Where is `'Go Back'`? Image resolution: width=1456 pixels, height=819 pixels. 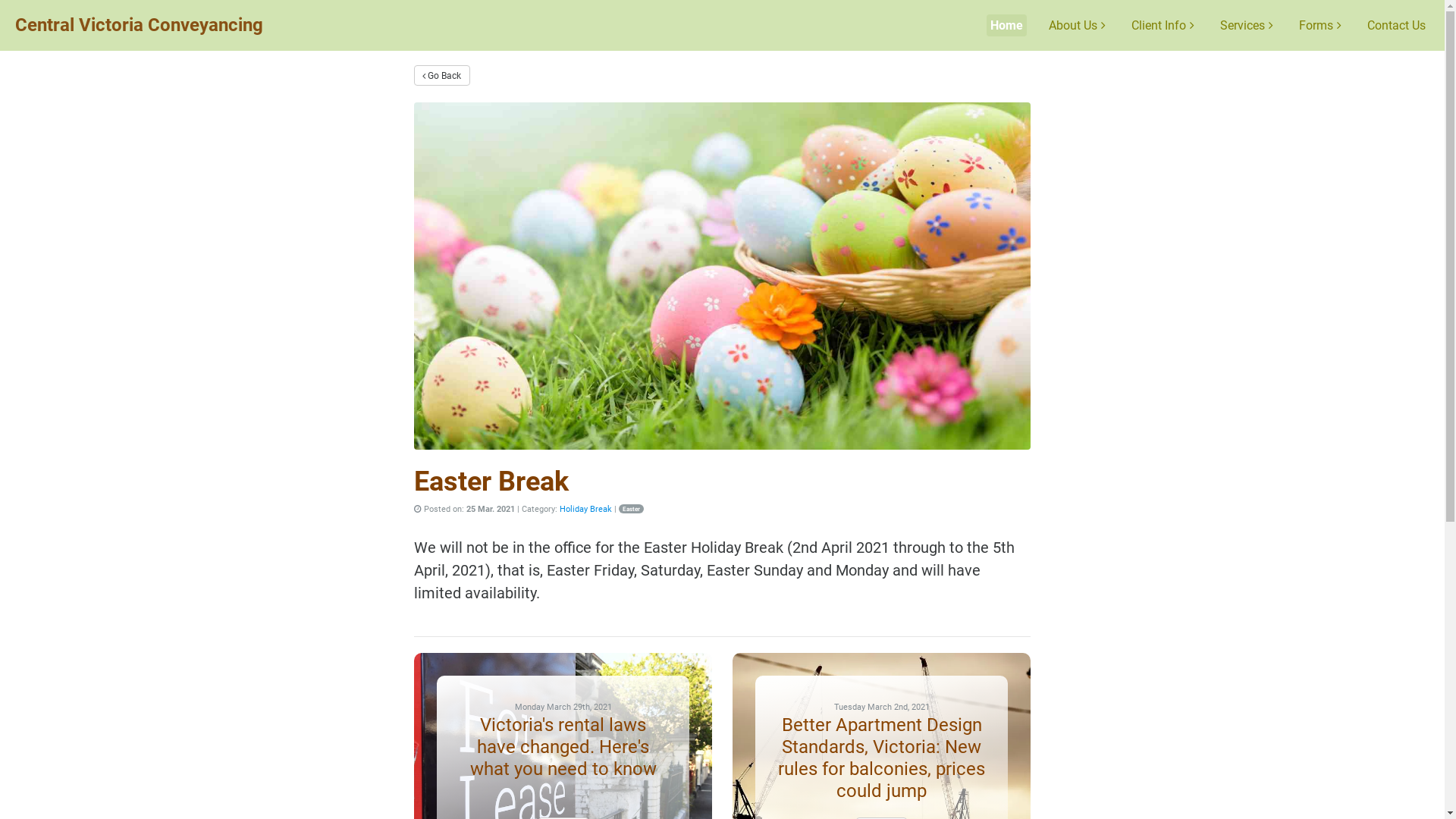 'Go Back' is located at coordinates (441, 75).